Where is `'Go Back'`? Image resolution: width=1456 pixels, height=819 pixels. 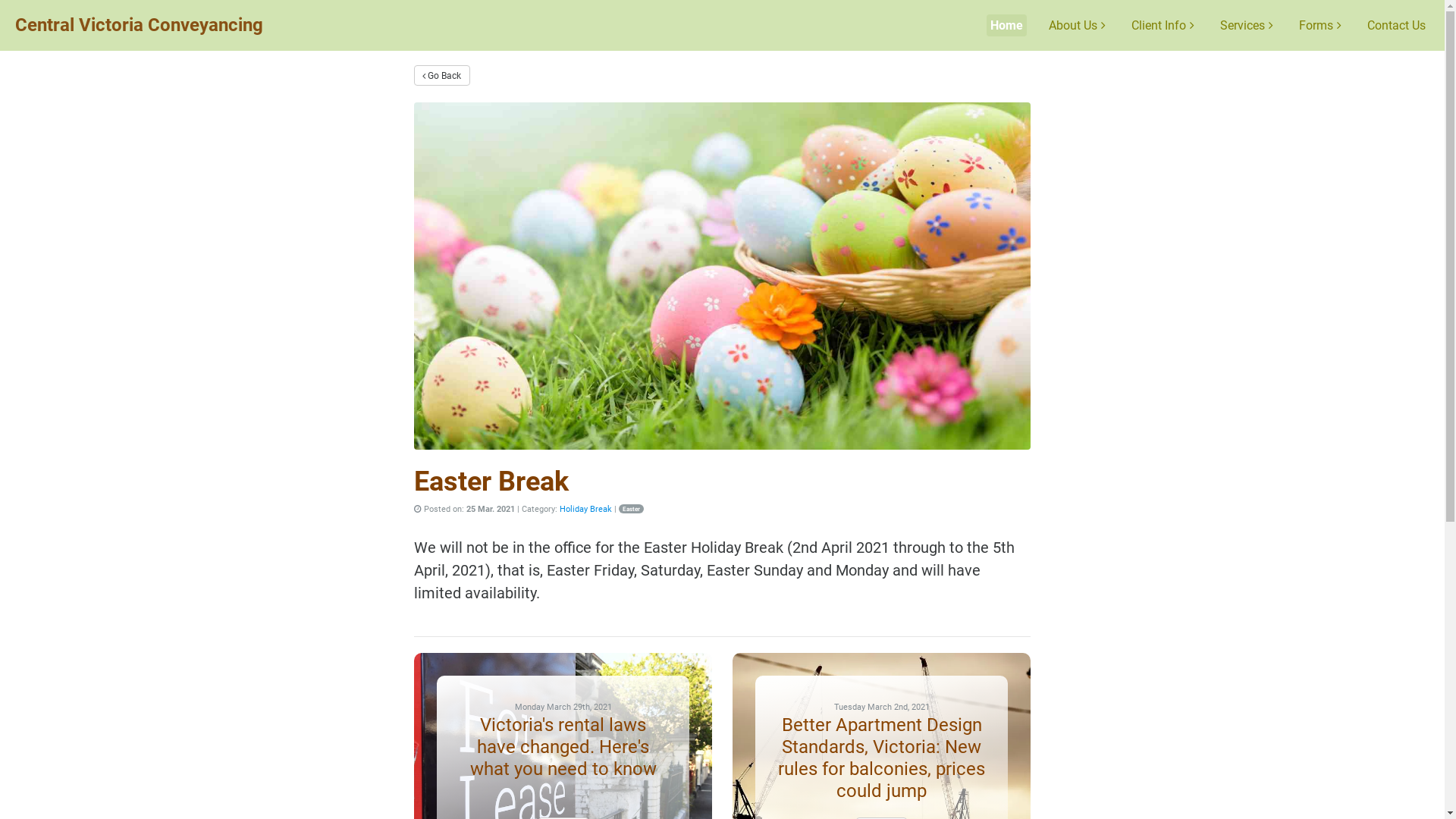 'Go Back' is located at coordinates (441, 75).